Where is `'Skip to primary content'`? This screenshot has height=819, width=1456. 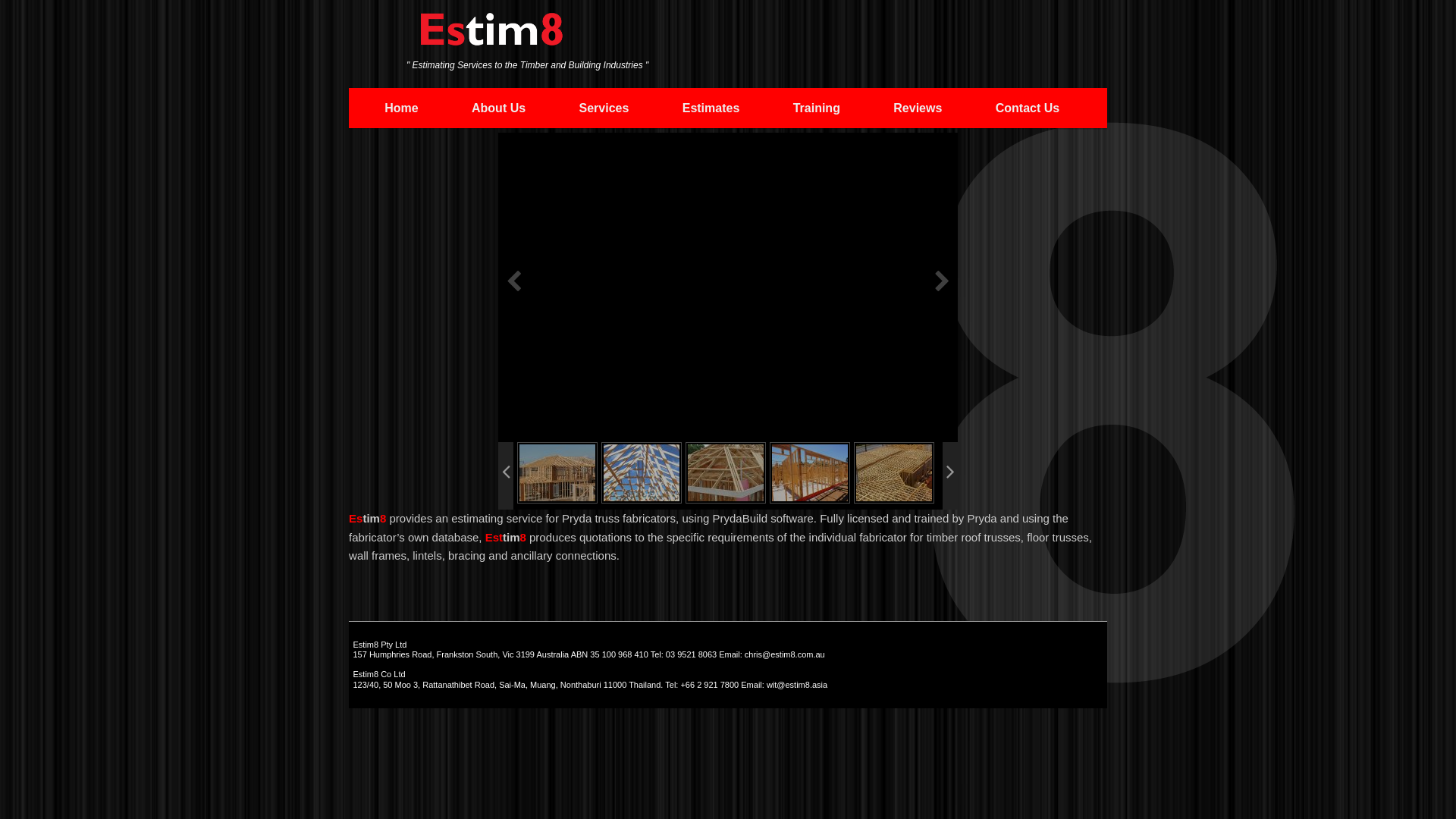
'Skip to primary content' is located at coordinates (455, 106).